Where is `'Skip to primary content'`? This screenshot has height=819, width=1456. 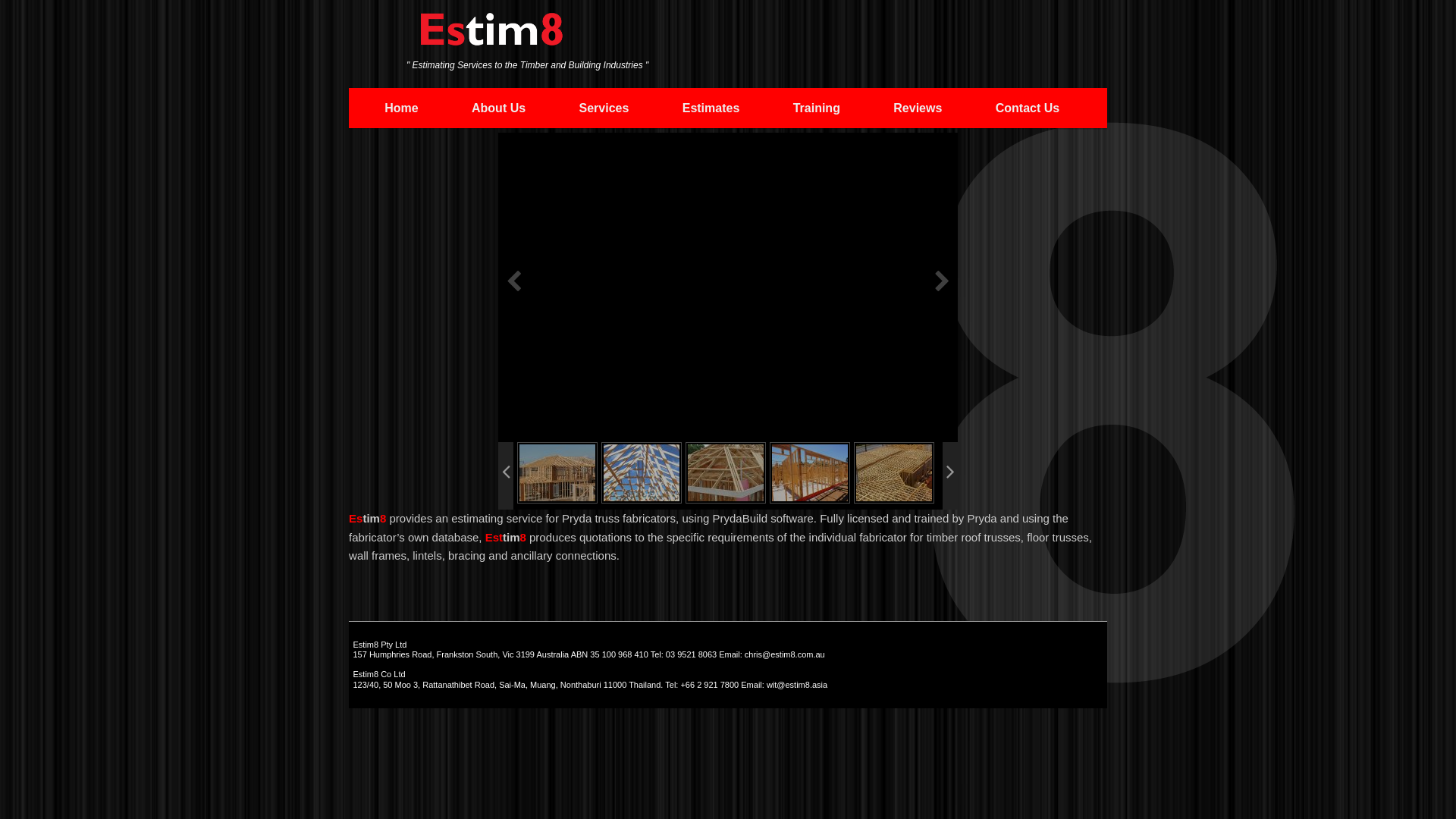
'Skip to primary content' is located at coordinates (455, 106).